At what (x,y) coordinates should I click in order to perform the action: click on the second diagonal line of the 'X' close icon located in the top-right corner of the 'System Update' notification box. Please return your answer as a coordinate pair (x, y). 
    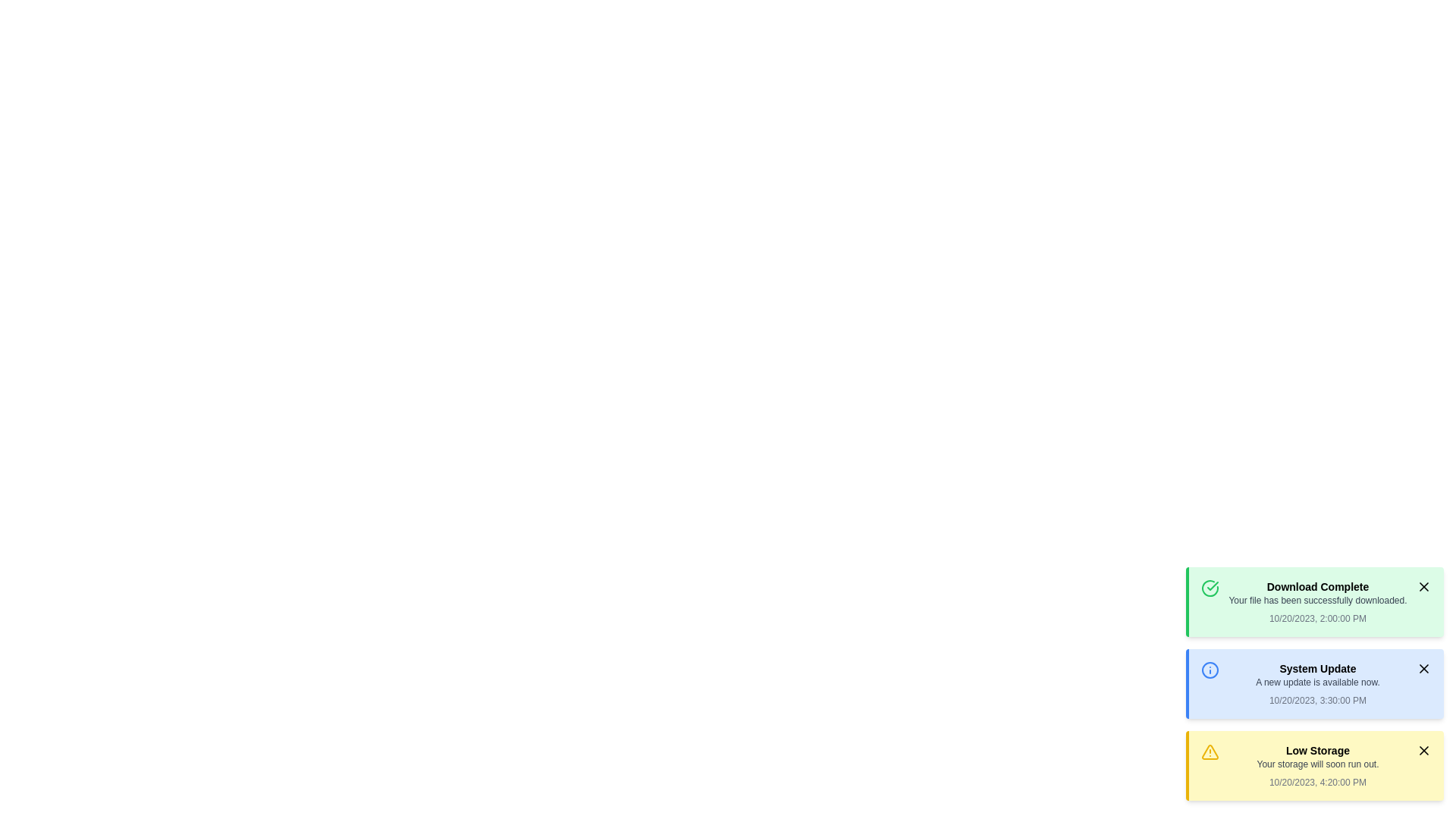
    Looking at the image, I should click on (1423, 668).